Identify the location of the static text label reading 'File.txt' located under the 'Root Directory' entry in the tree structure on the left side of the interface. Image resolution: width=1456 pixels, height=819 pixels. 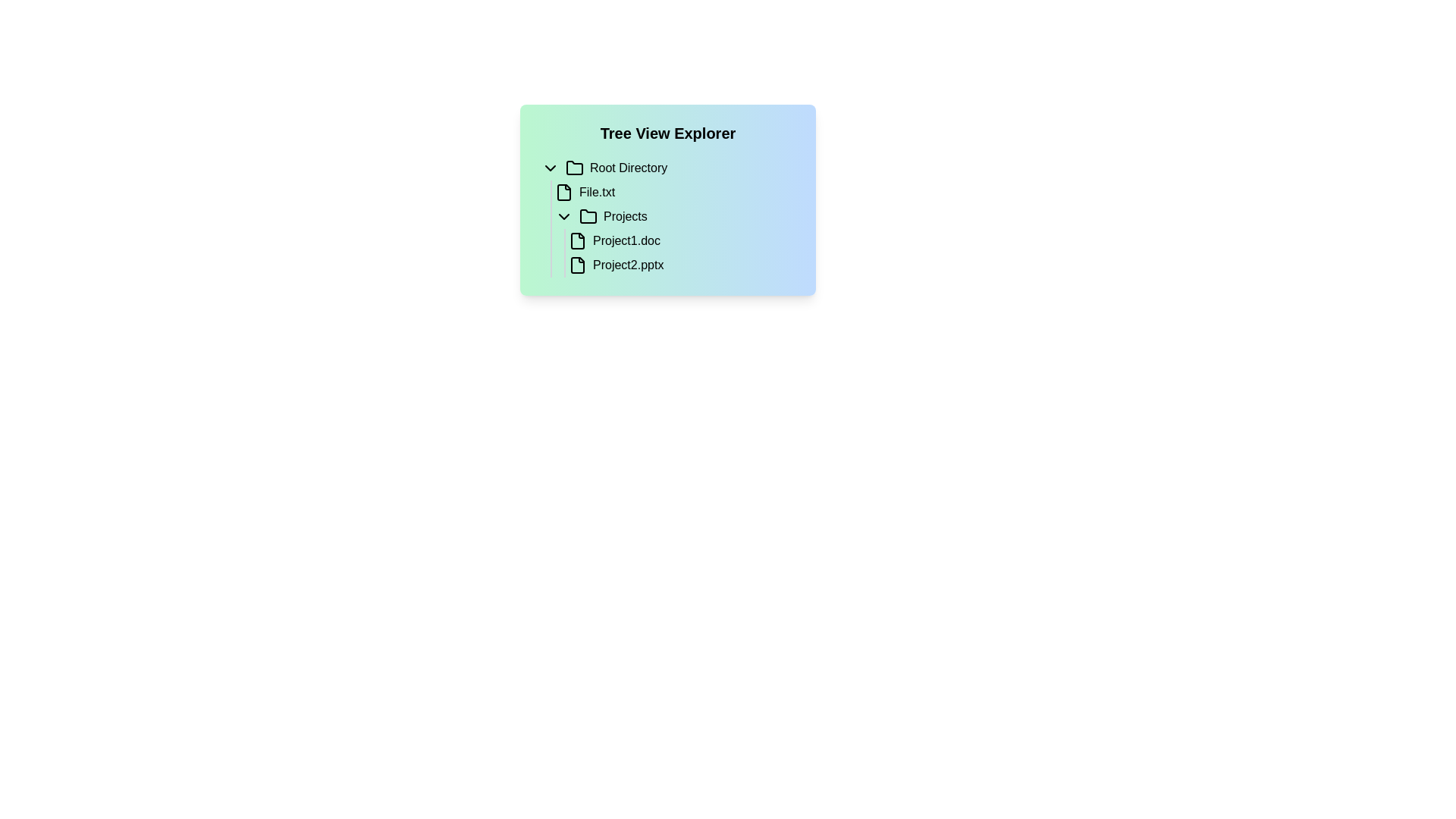
(596, 192).